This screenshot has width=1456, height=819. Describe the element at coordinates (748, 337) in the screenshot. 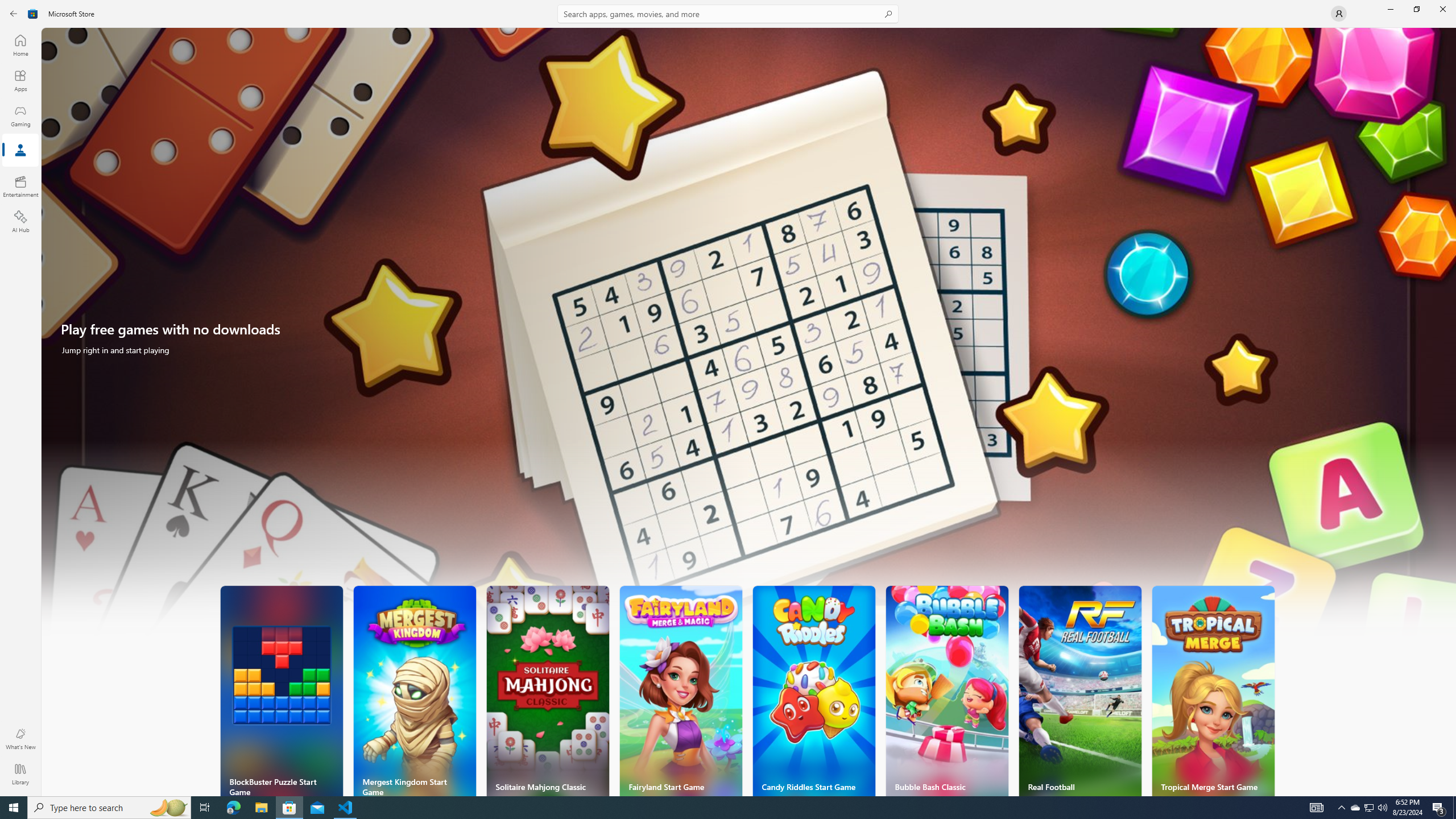

I see `'AutomationID: HeroImage'` at that location.